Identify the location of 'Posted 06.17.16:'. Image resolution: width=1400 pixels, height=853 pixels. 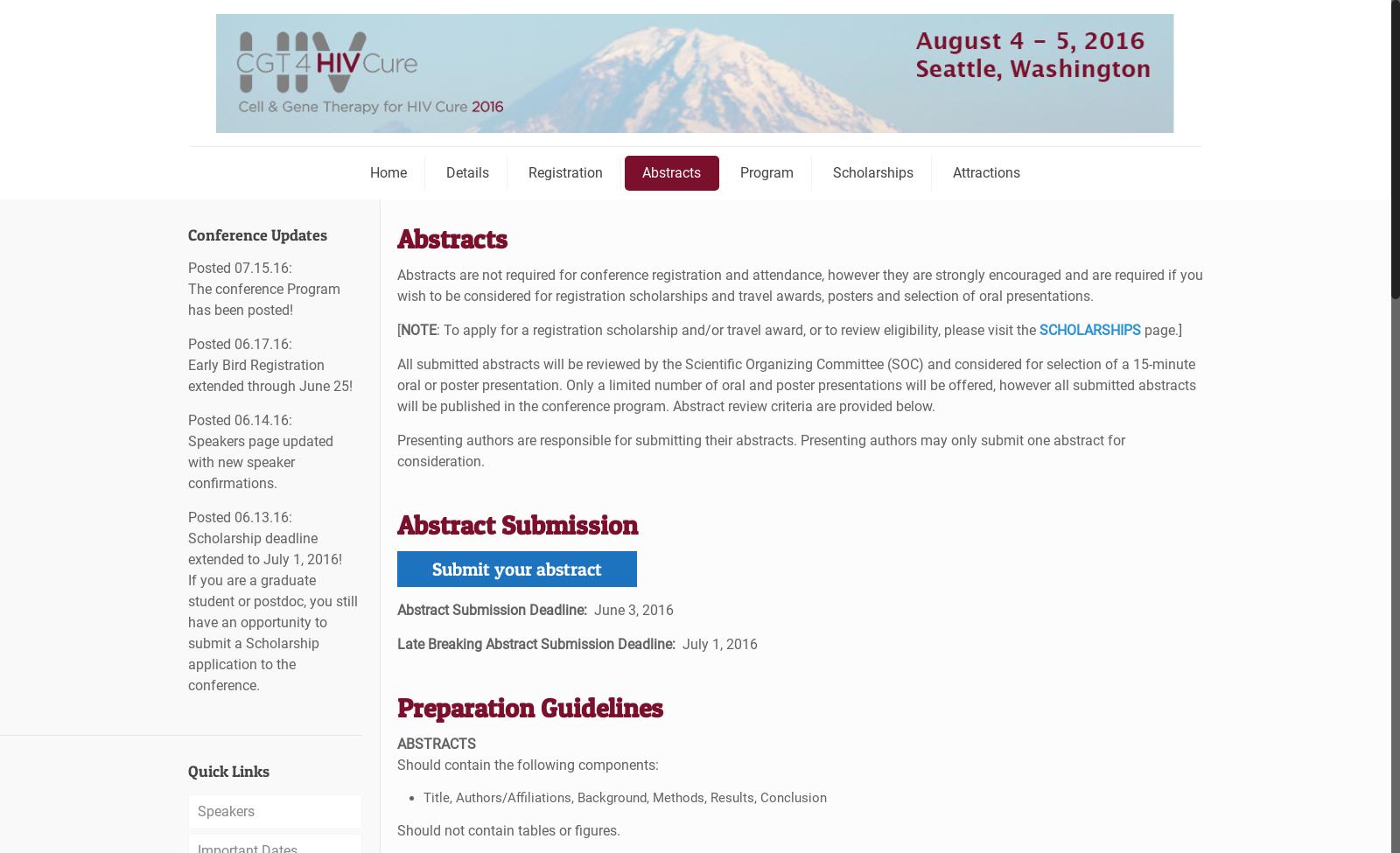
(240, 344).